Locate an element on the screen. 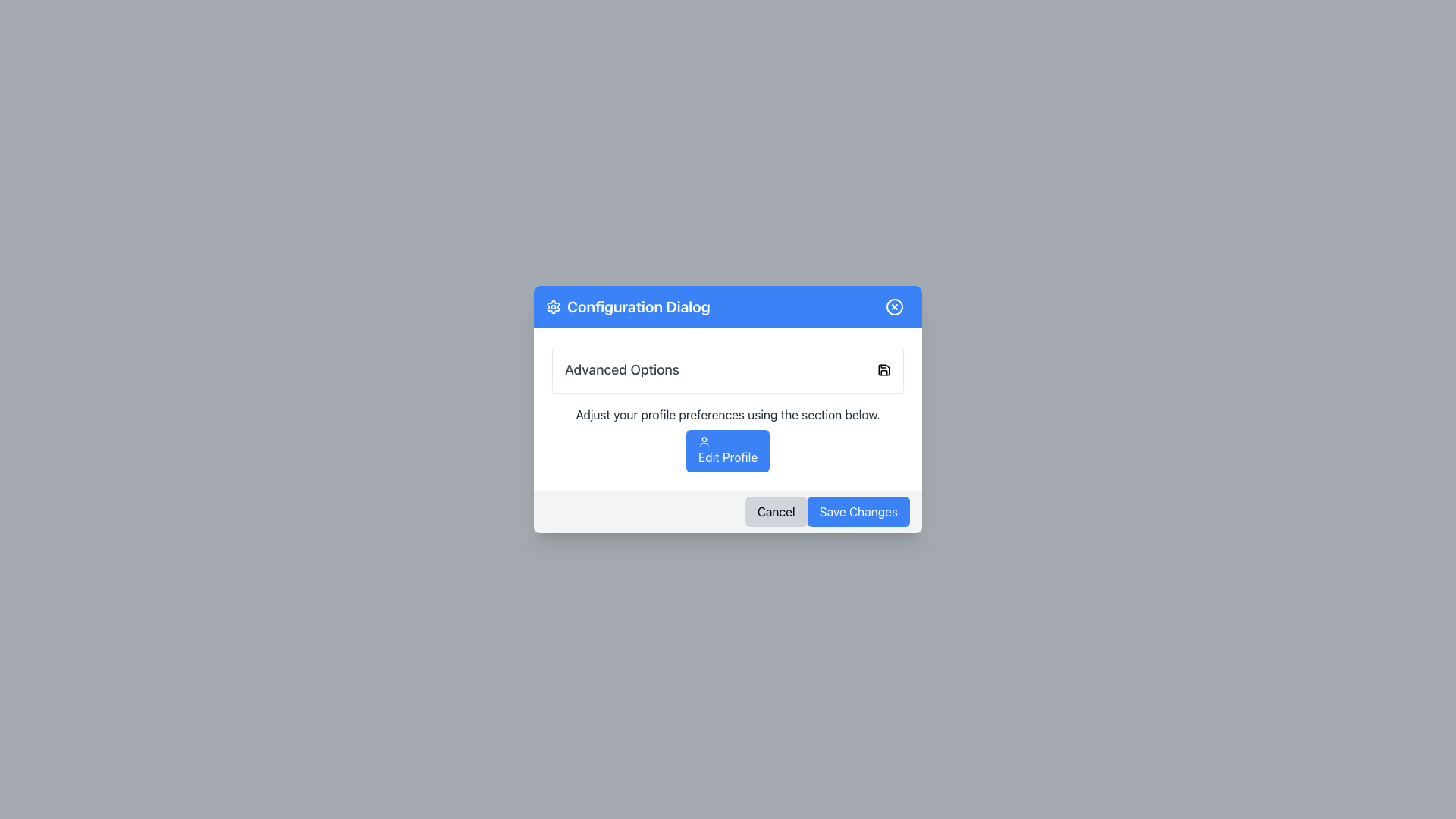 The height and width of the screenshot is (819, 1456). the 'Save Changes' button, which has a blue background and white centered text, located in the bottom-right corner of the 'Configuration Dialog' is located at coordinates (858, 512).